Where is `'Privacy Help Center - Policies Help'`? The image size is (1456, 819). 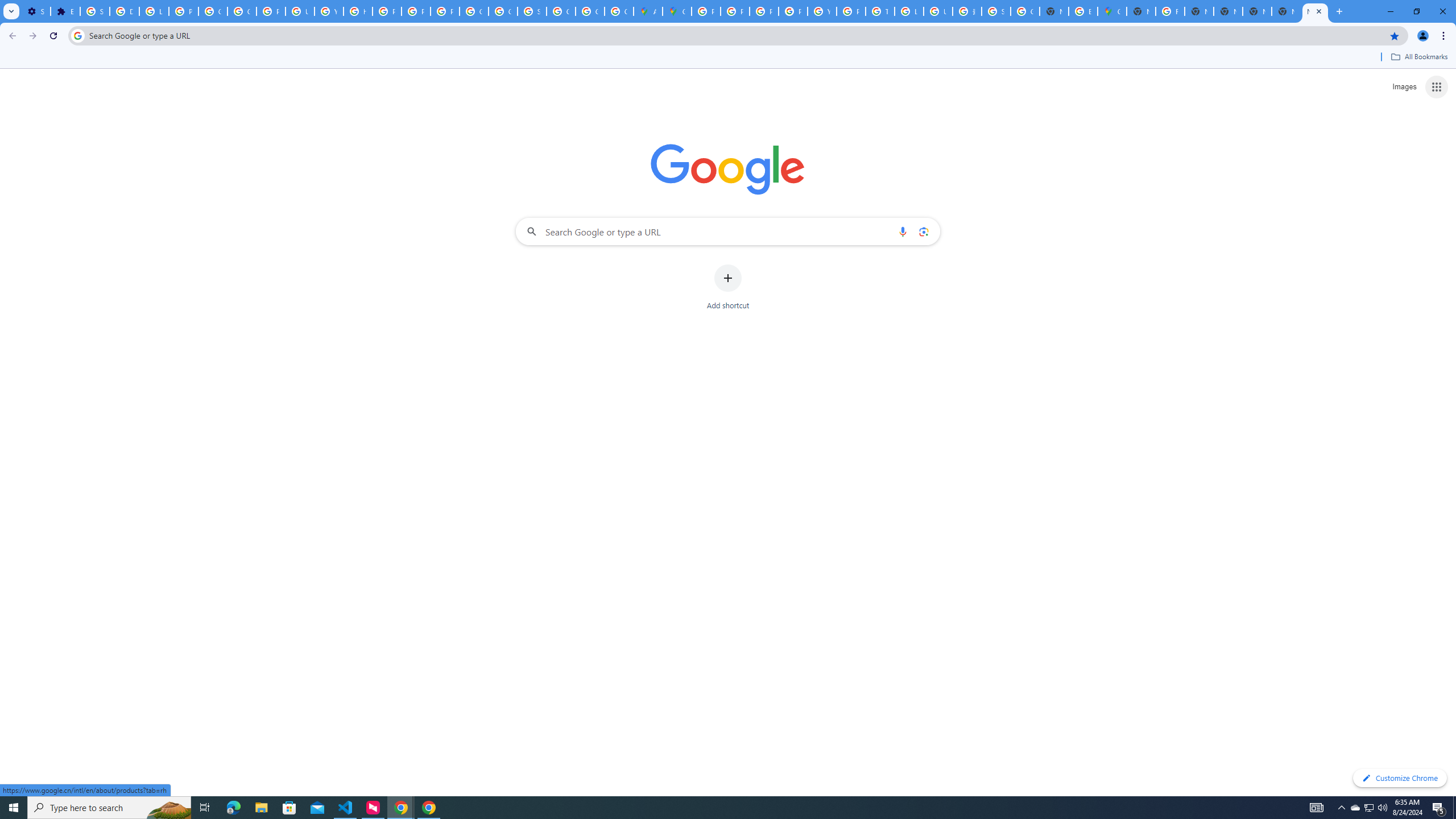 'Privacy Help Center - Policies Help' is located at coordinates (386, 11).